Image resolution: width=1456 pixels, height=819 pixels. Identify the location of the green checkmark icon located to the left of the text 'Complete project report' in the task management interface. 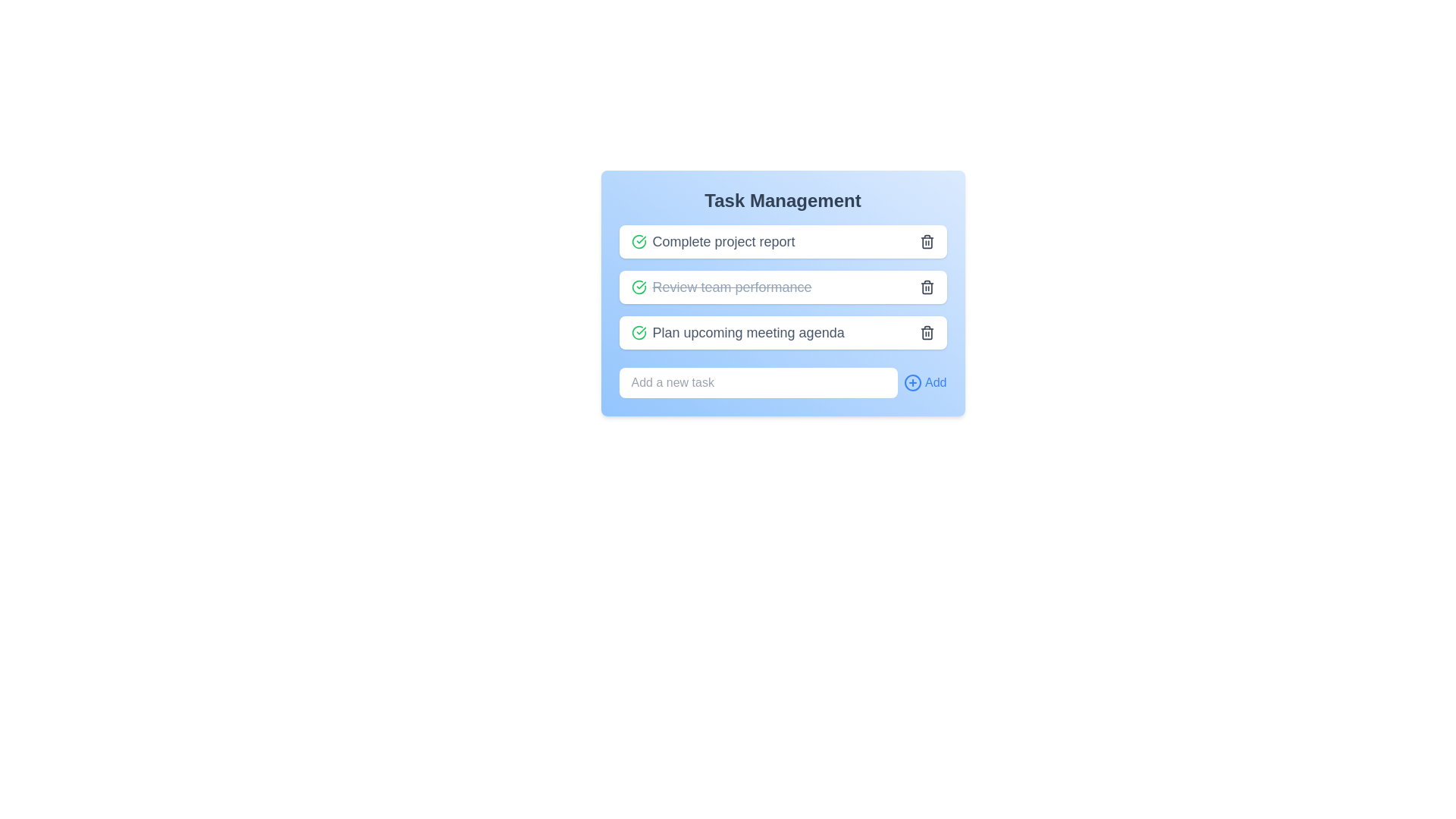
(712, 241).